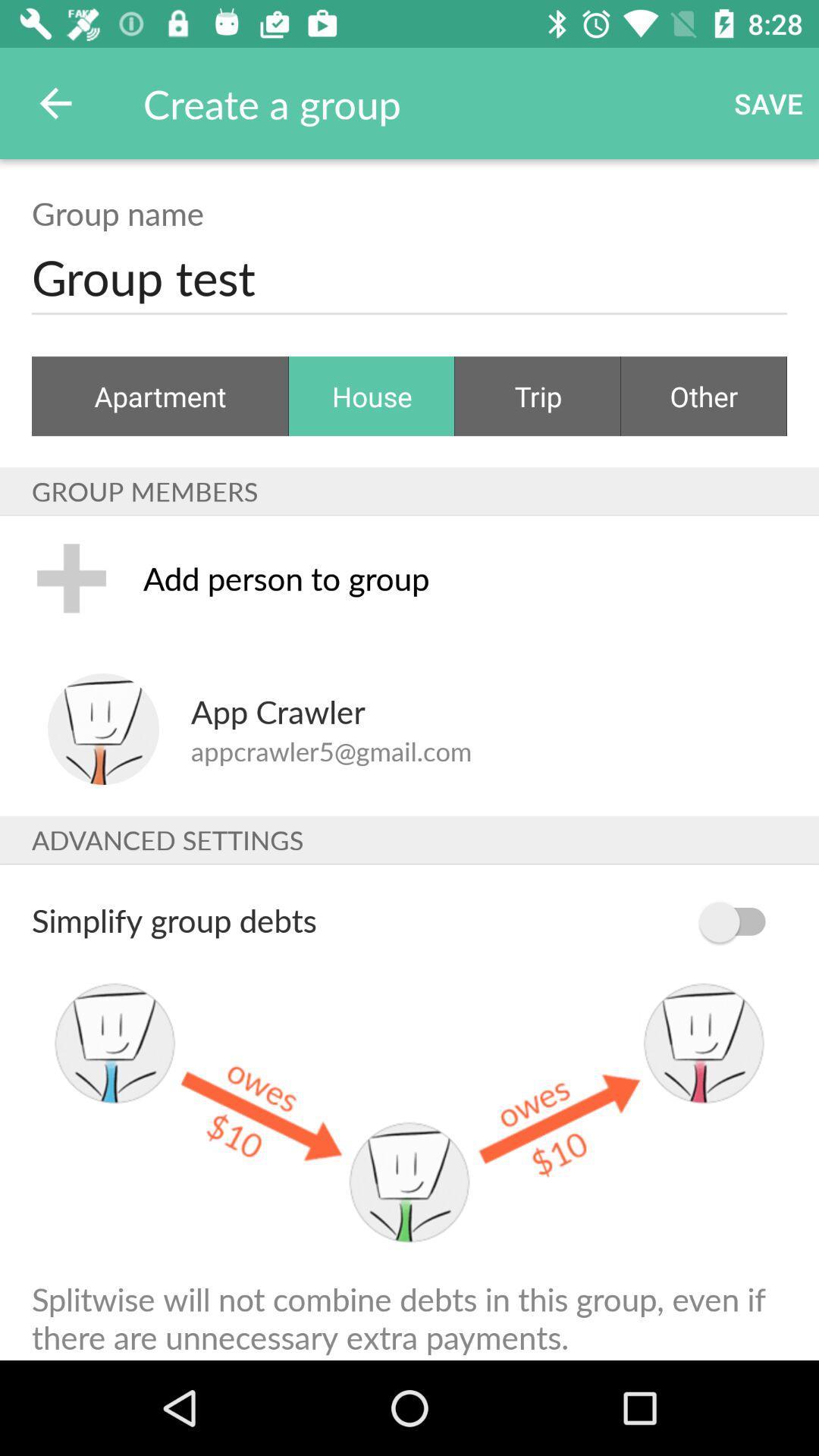 This screenshot has width=819, height=1456. I want to click on the save, so click(768, 102).